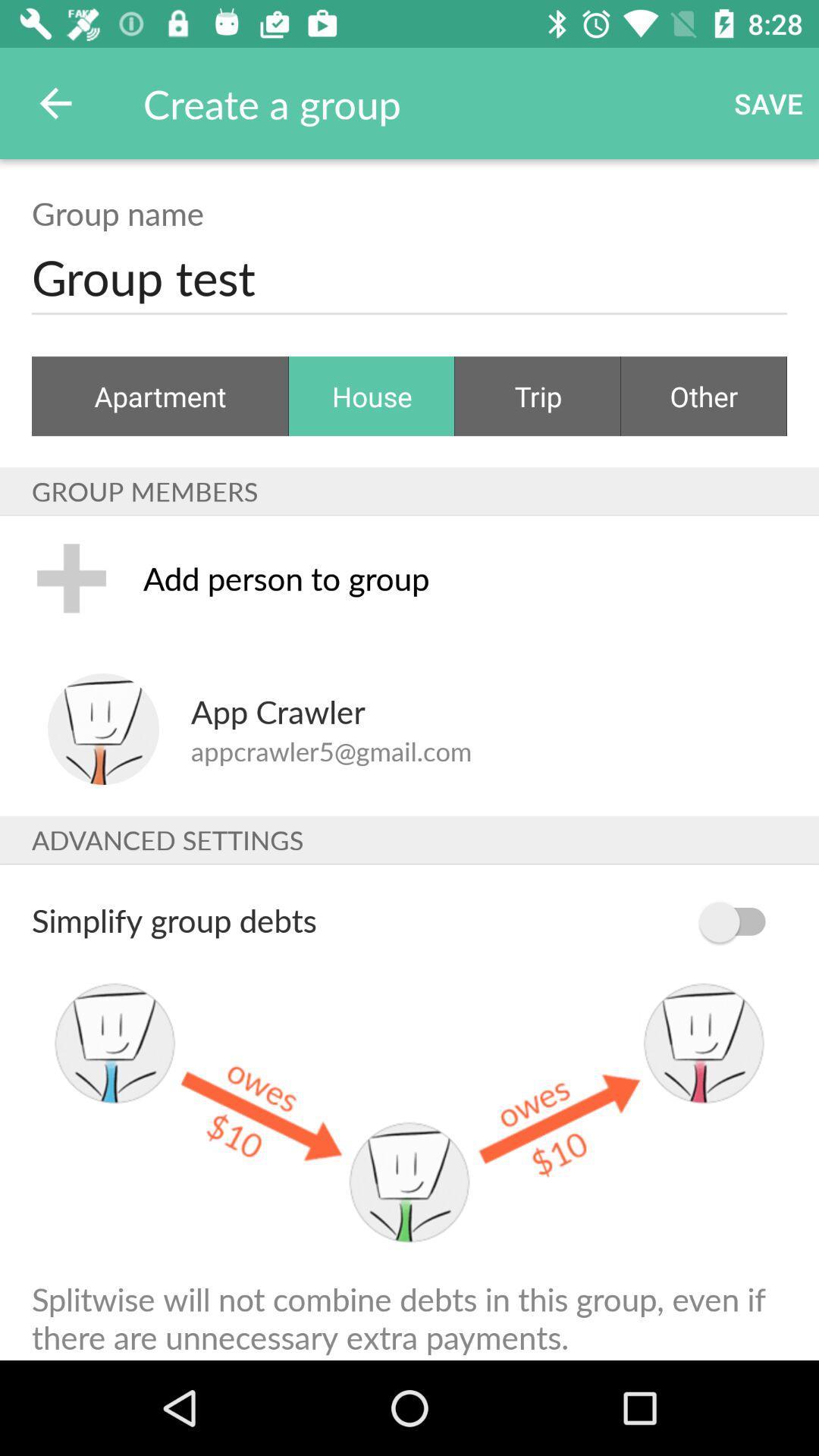 This screenshot has width=819, height=1456. I want to click on the save, so click(768, 102).